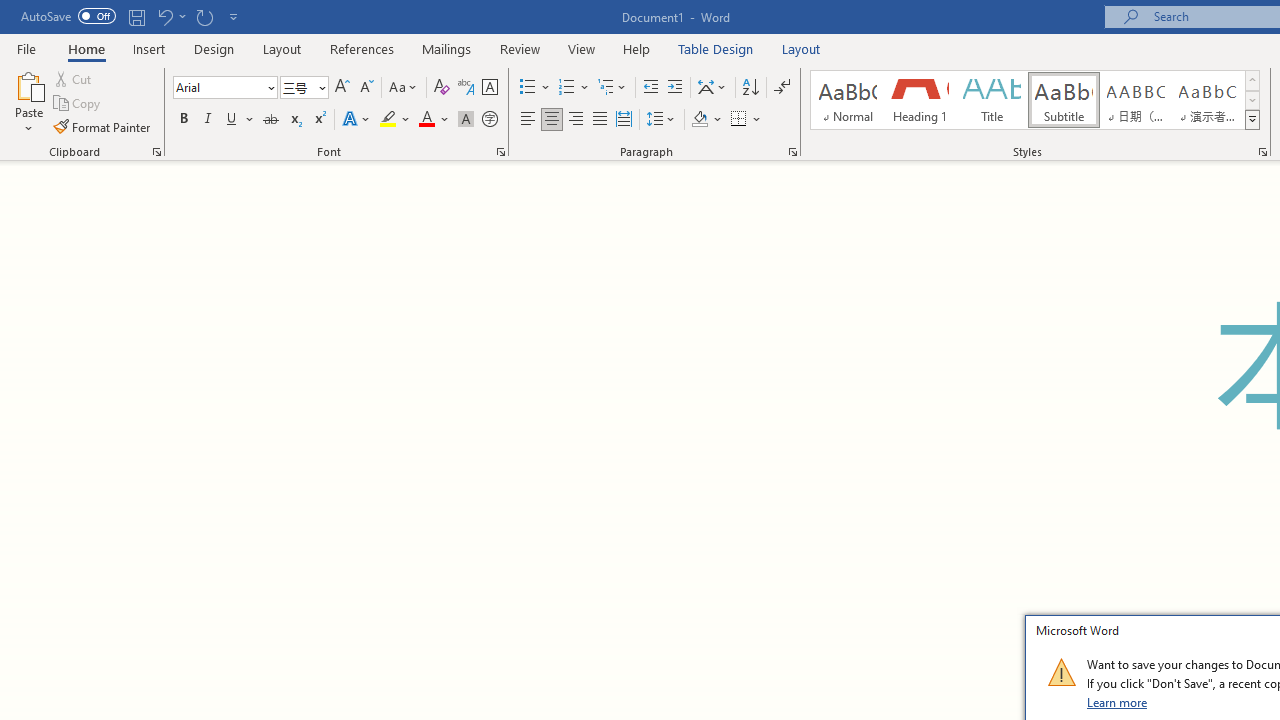 Image resolution: width=1280 pixels, height=720 pixels. What do you see at coordinates (612, 86) in the screenshot?
I see `'Multilevel List'` at bounding box center [612, 86].